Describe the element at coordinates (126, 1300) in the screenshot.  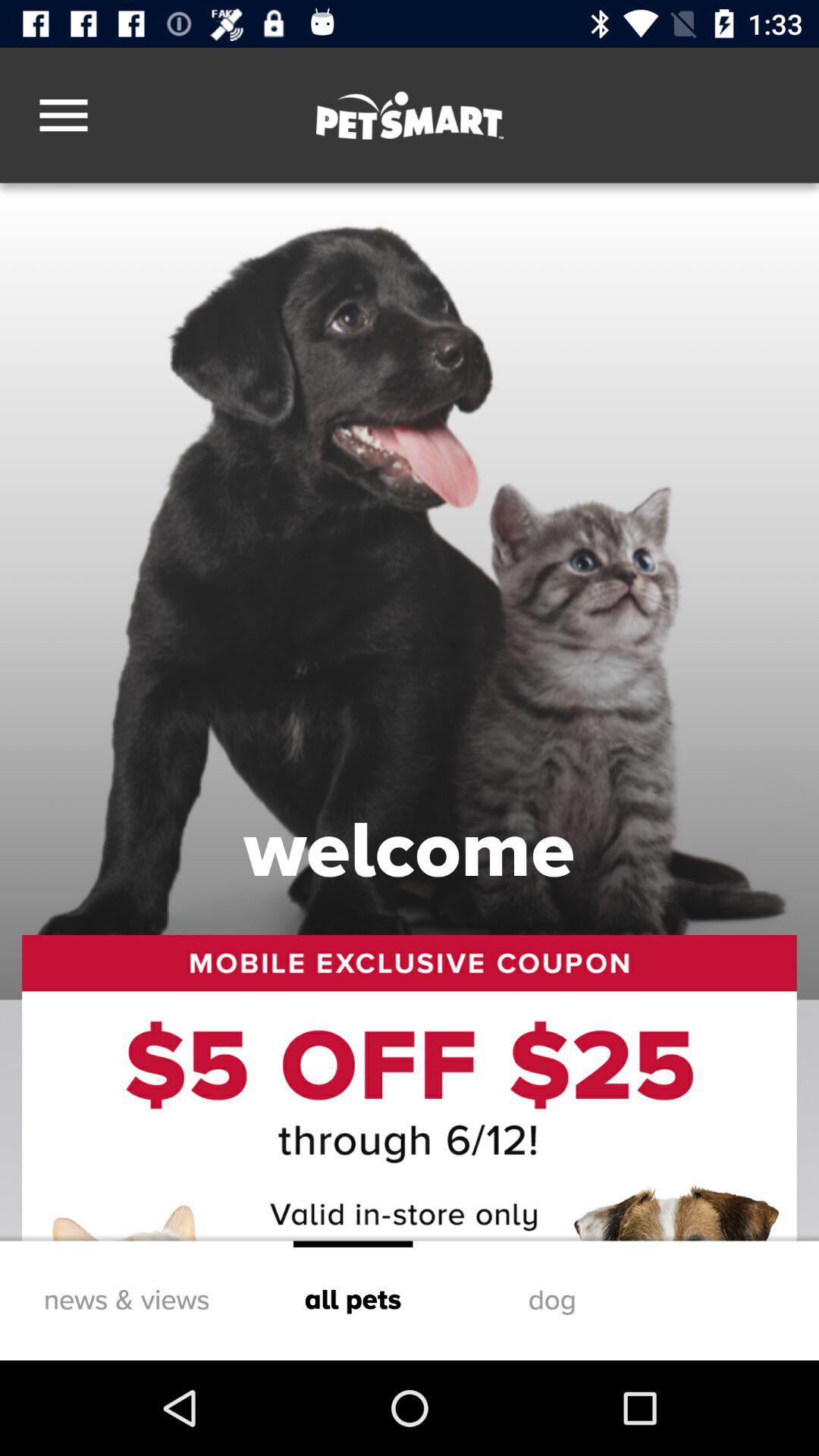
I see `news & views icon` at that location.